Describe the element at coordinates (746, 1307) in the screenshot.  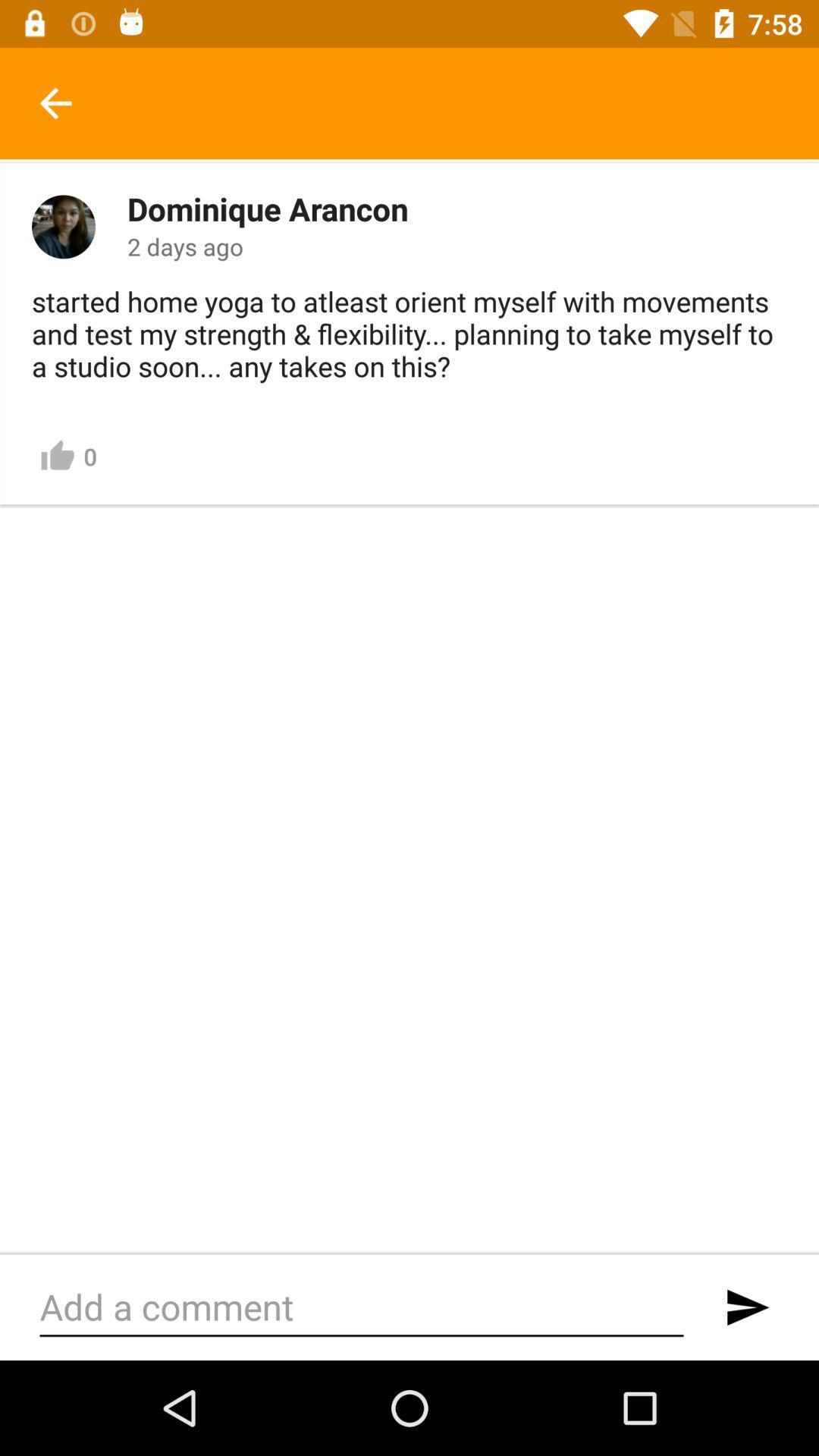
I see `the send icon` at that location.